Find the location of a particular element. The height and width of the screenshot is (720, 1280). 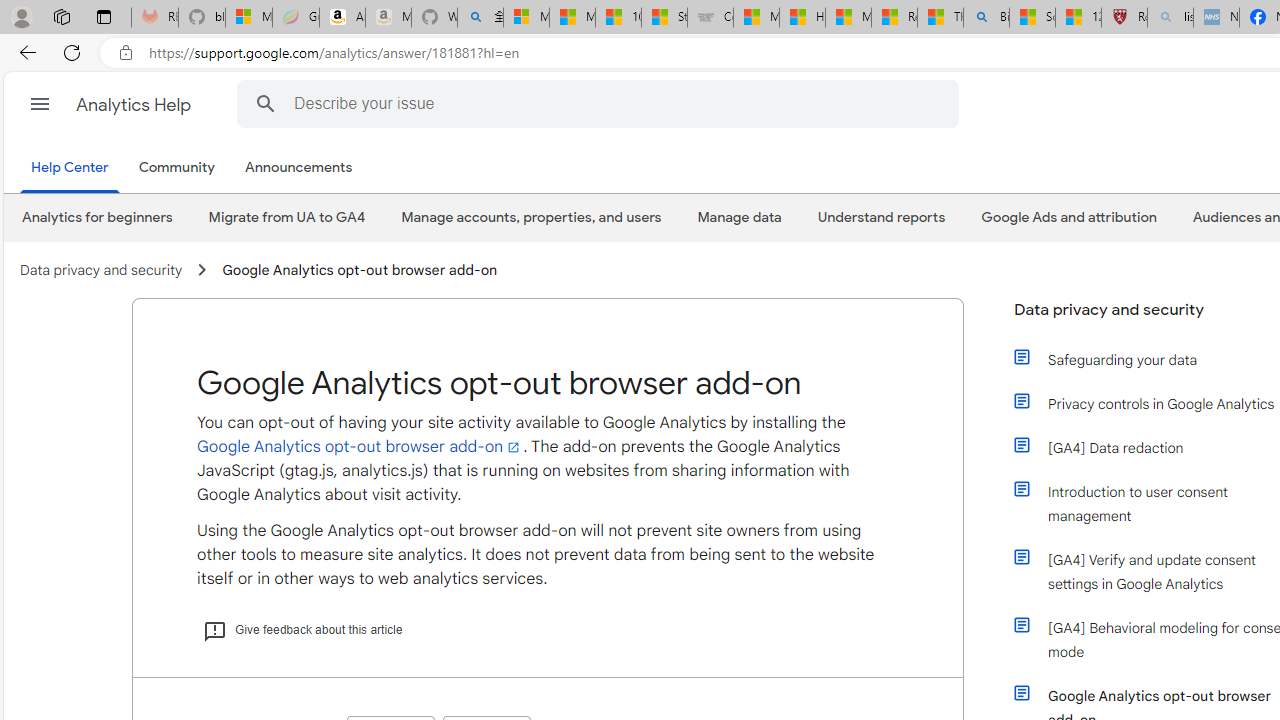

'Migrate from UA to GA4' is located at coordinates (286, 217).